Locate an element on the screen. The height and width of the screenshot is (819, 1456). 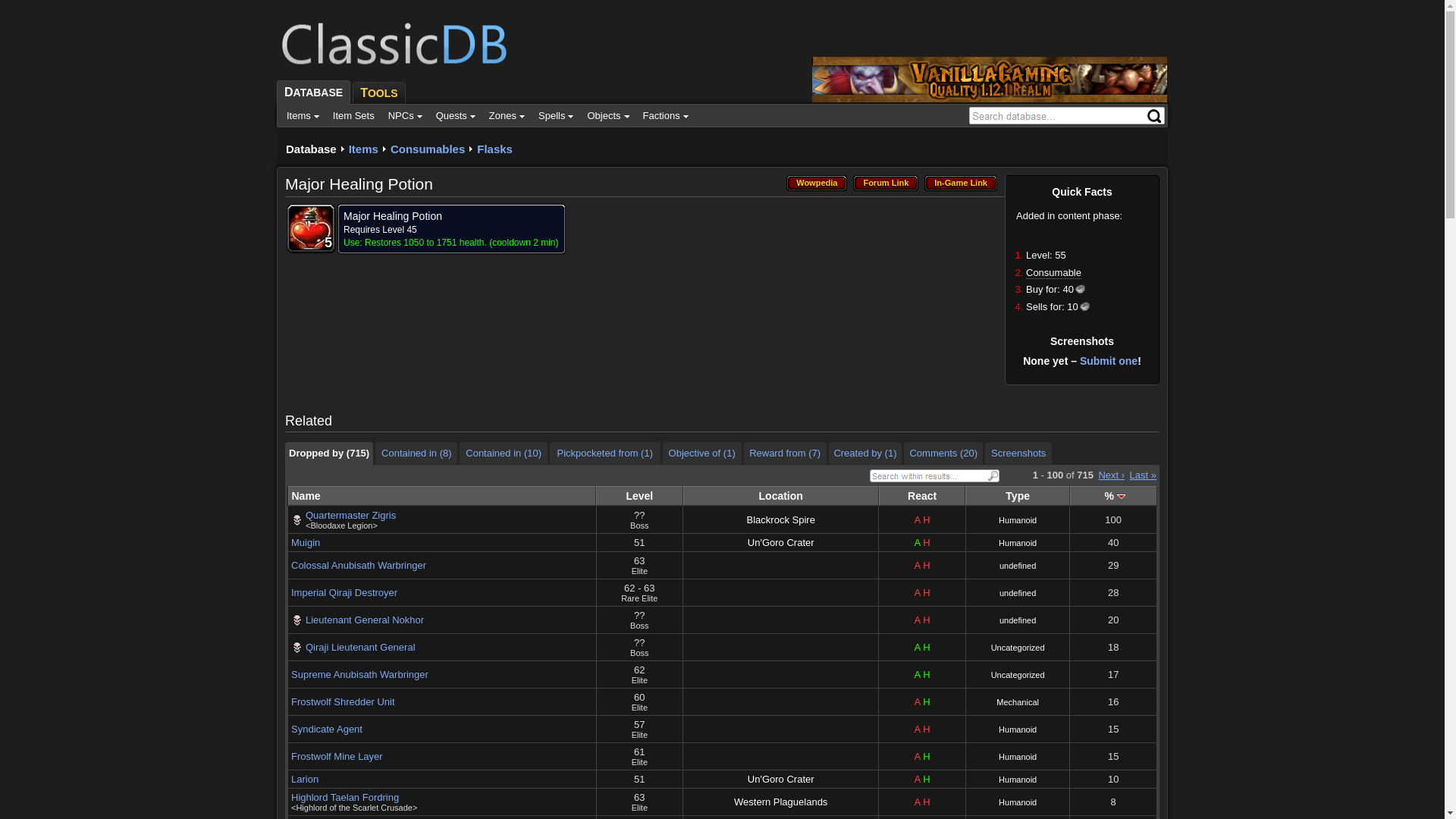
'%' is located at coordinates (1113, 496).